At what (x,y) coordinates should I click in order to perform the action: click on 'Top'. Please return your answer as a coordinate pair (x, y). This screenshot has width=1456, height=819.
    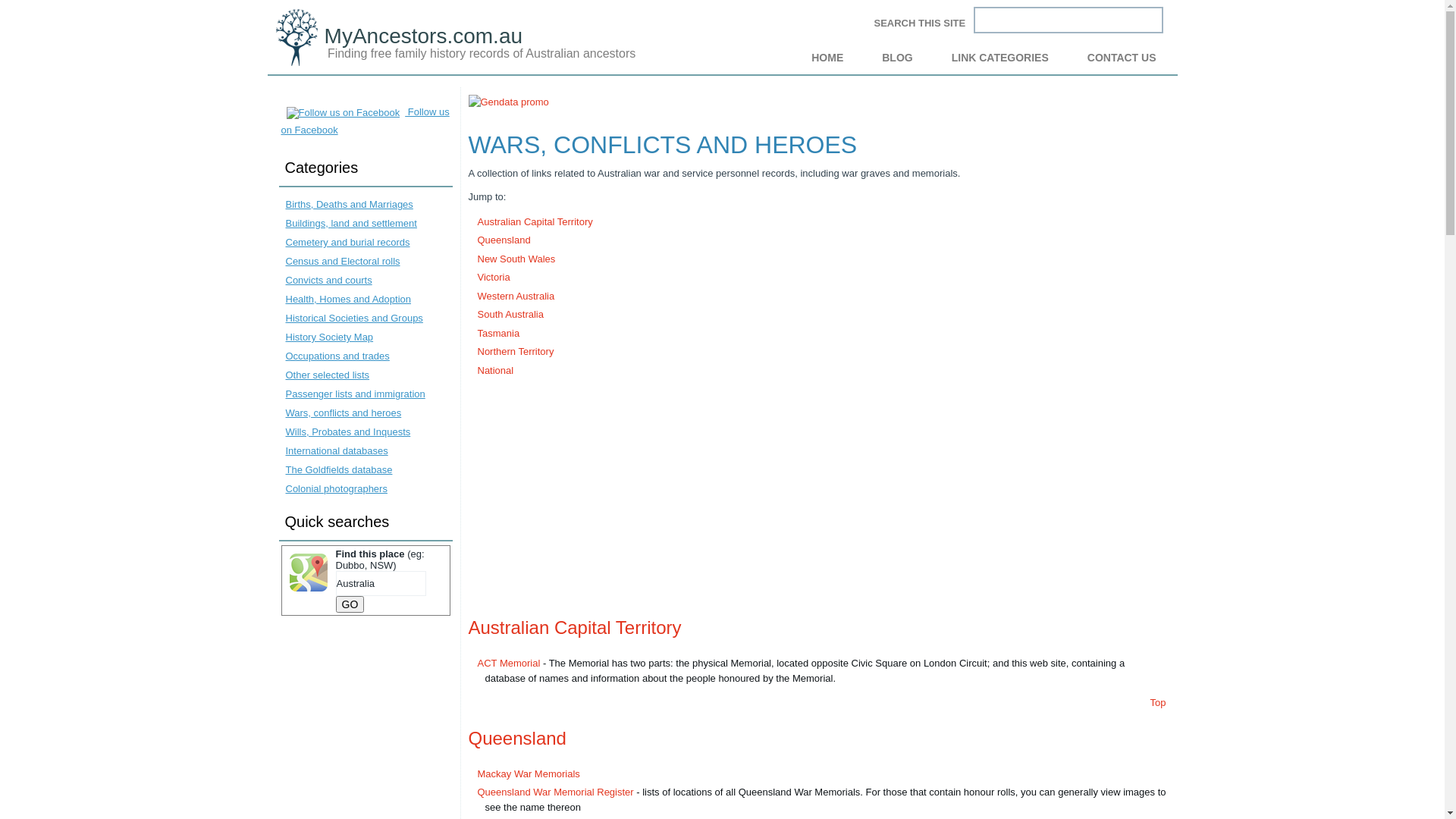
    Looking at the image, I should click on (1157, 702).